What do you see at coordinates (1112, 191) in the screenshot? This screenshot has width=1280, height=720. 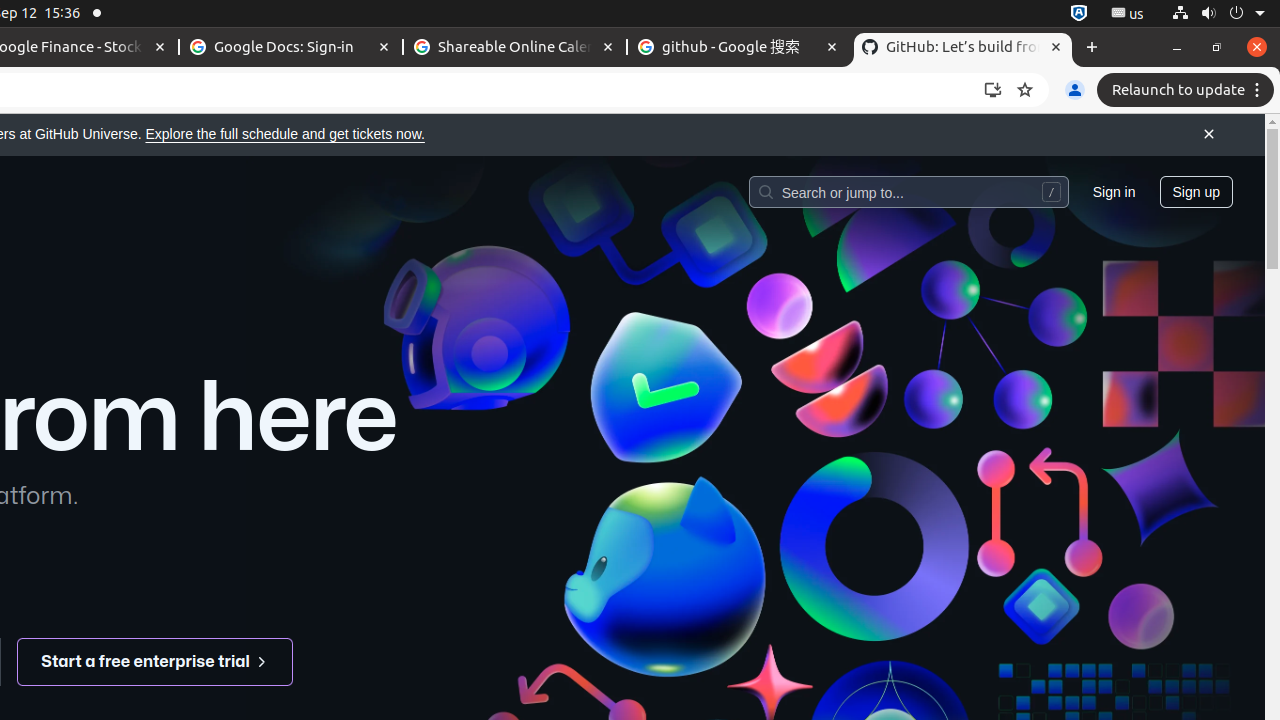 I see `'Sign in'` at bounding box center [1112, 191].